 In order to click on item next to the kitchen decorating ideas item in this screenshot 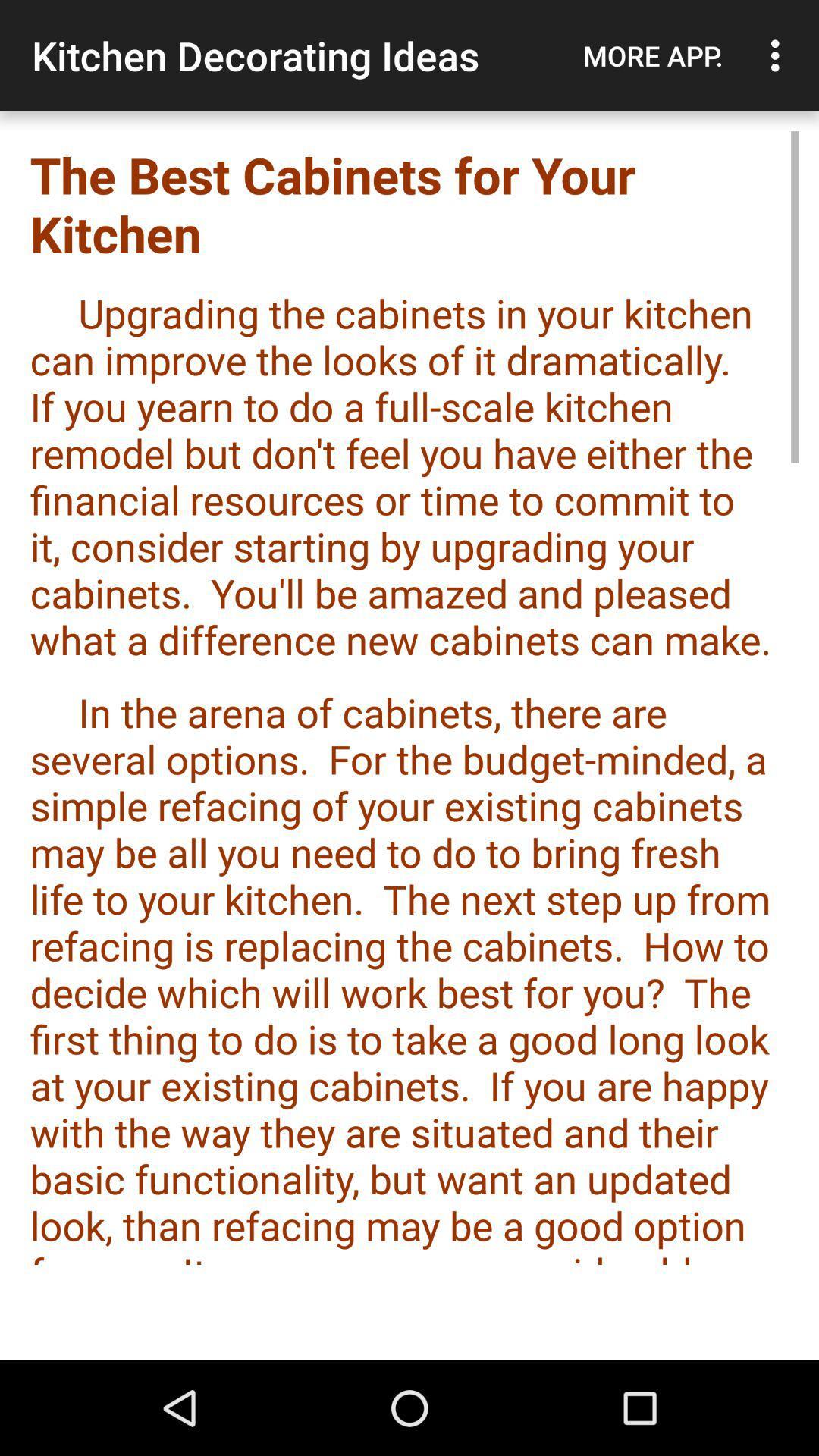, I will do `click(652, 55)`.